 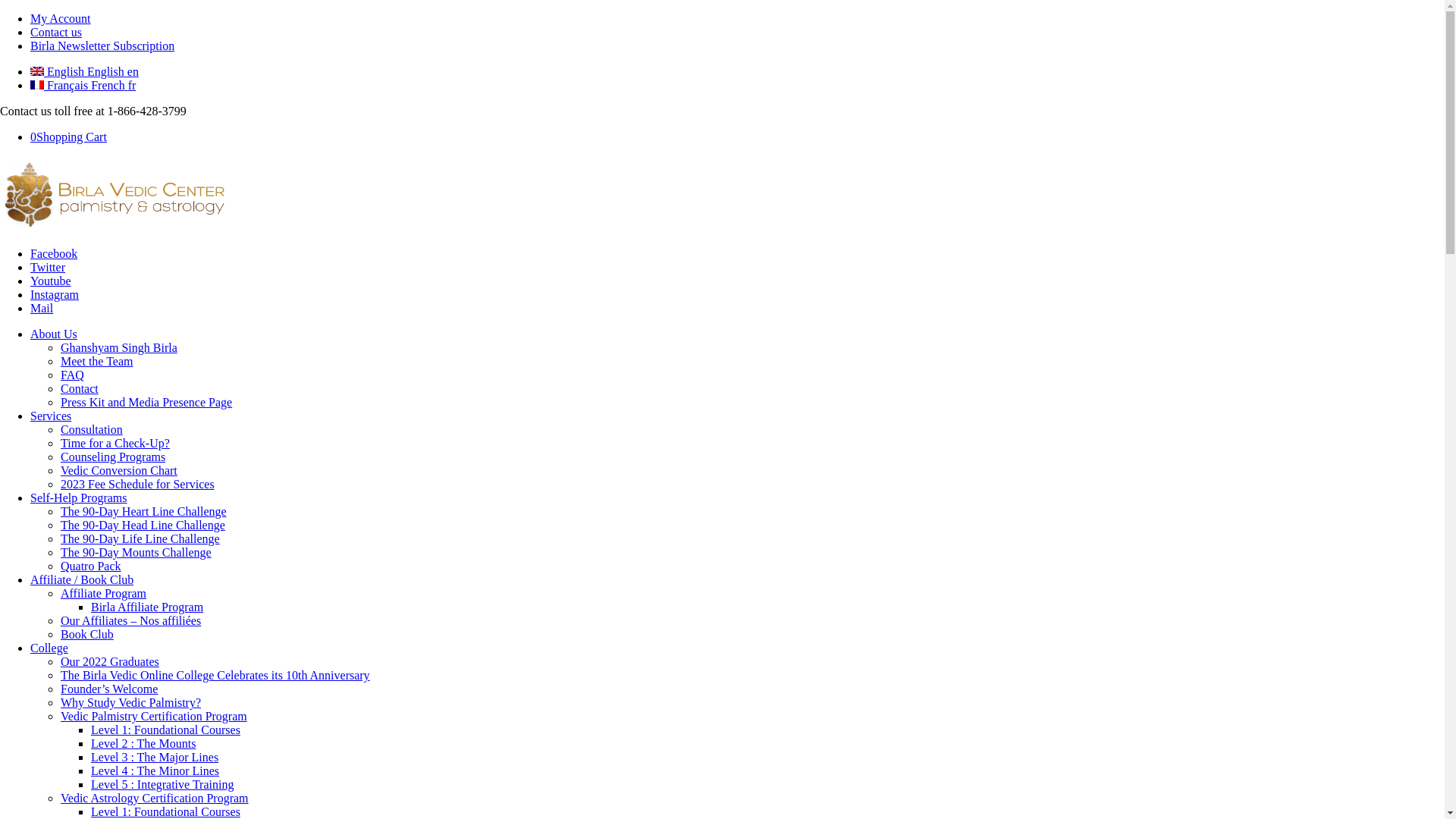 What do you see at coordinates (49, 648) in the screenshot?
I see `'College'` at bounding box center [49, 648].